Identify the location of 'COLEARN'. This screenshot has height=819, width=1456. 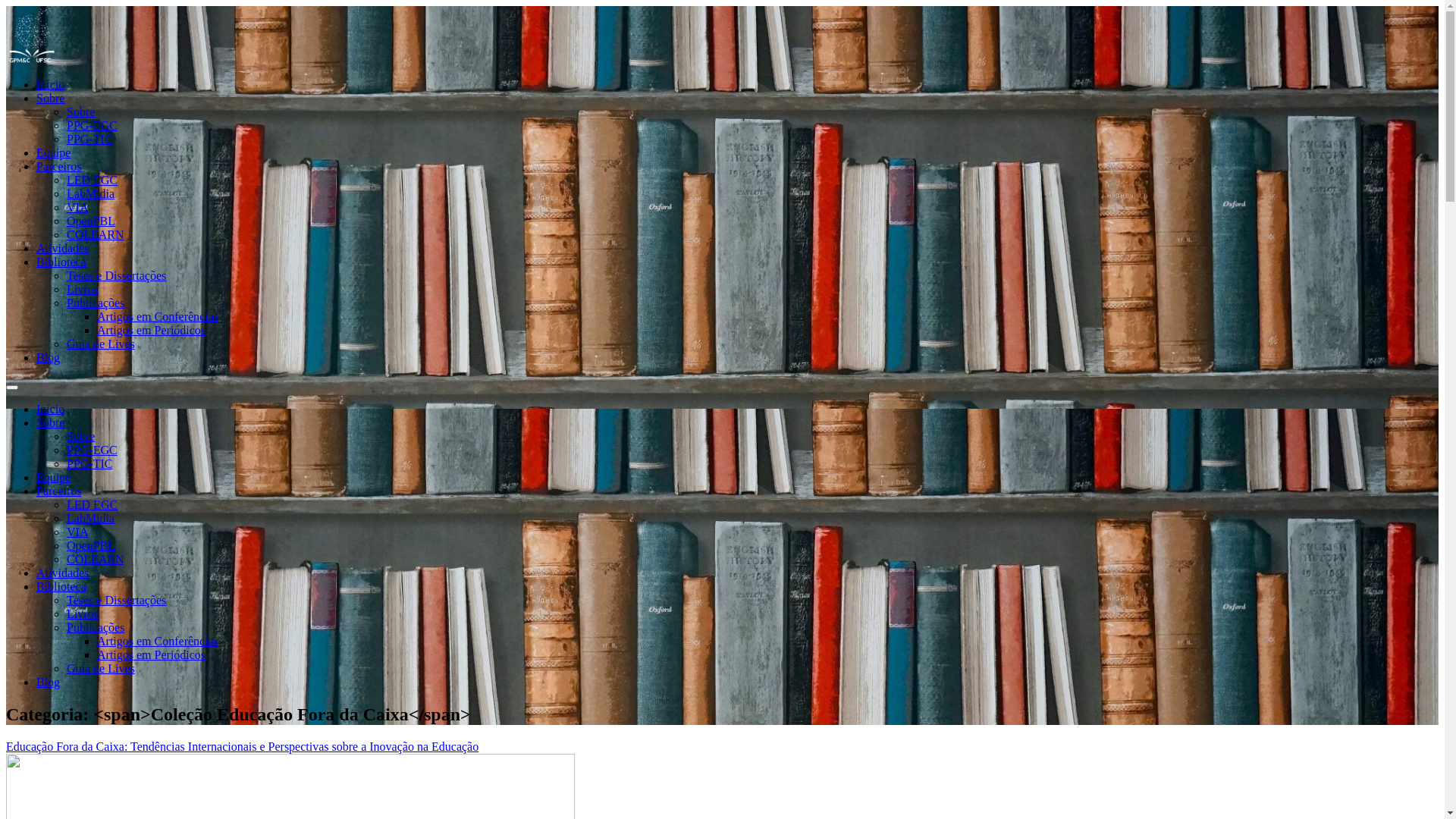
(94, 234).